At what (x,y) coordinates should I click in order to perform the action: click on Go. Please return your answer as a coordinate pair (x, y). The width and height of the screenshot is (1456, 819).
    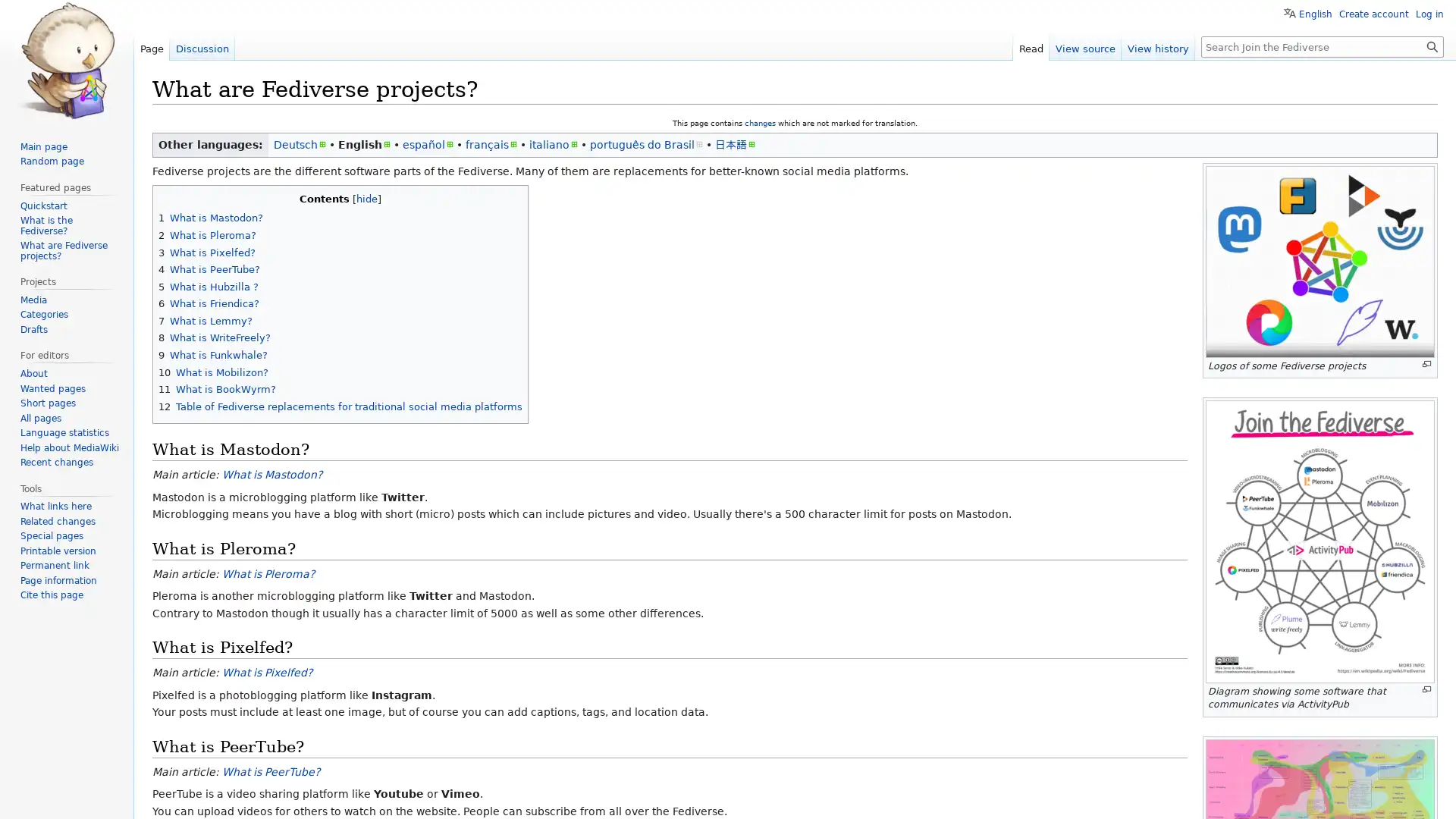
    Looking at the image, I should click on (1432, 45).